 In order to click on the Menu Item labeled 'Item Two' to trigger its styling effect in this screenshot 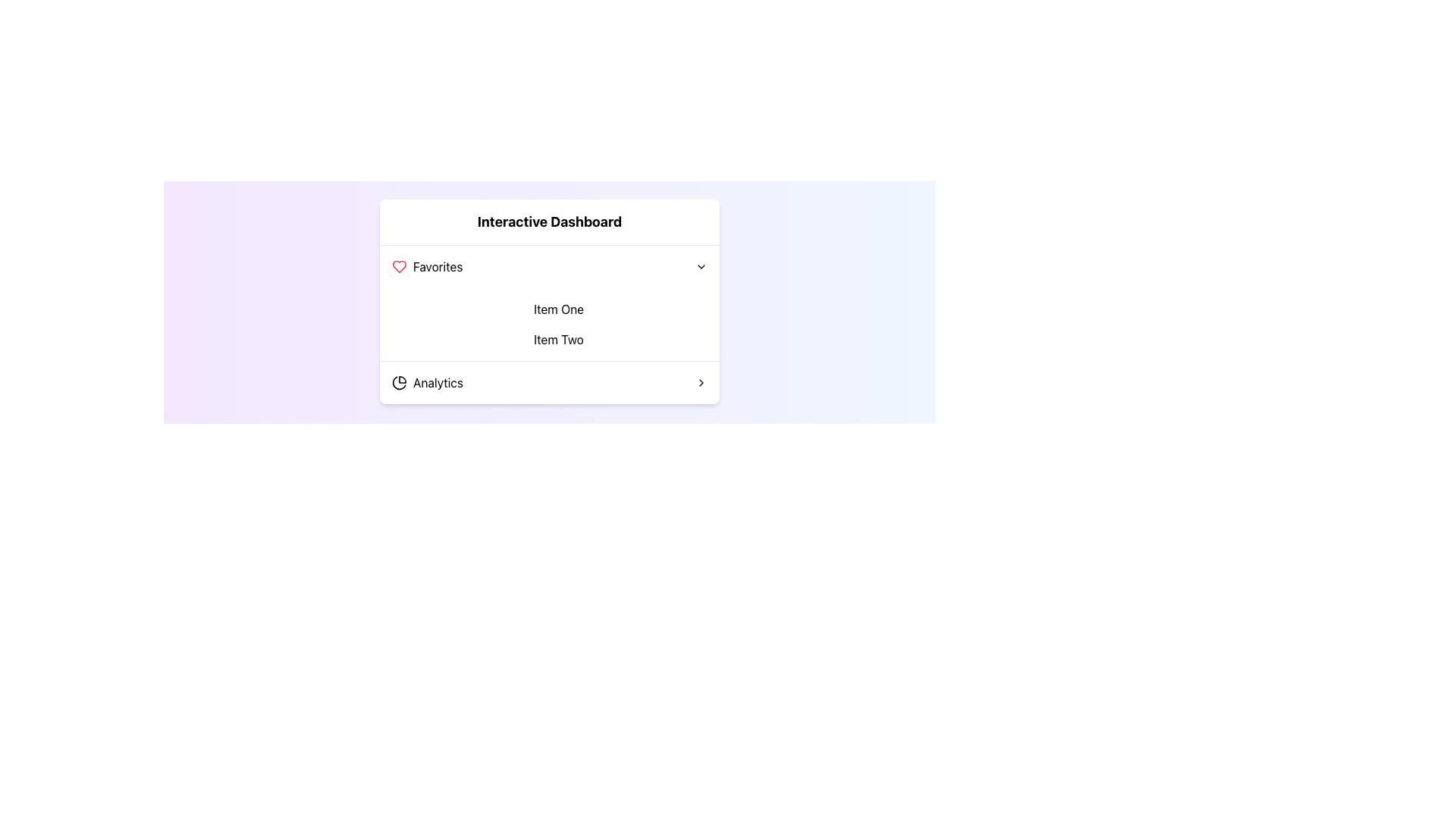, I will do `click(558, 338)`.